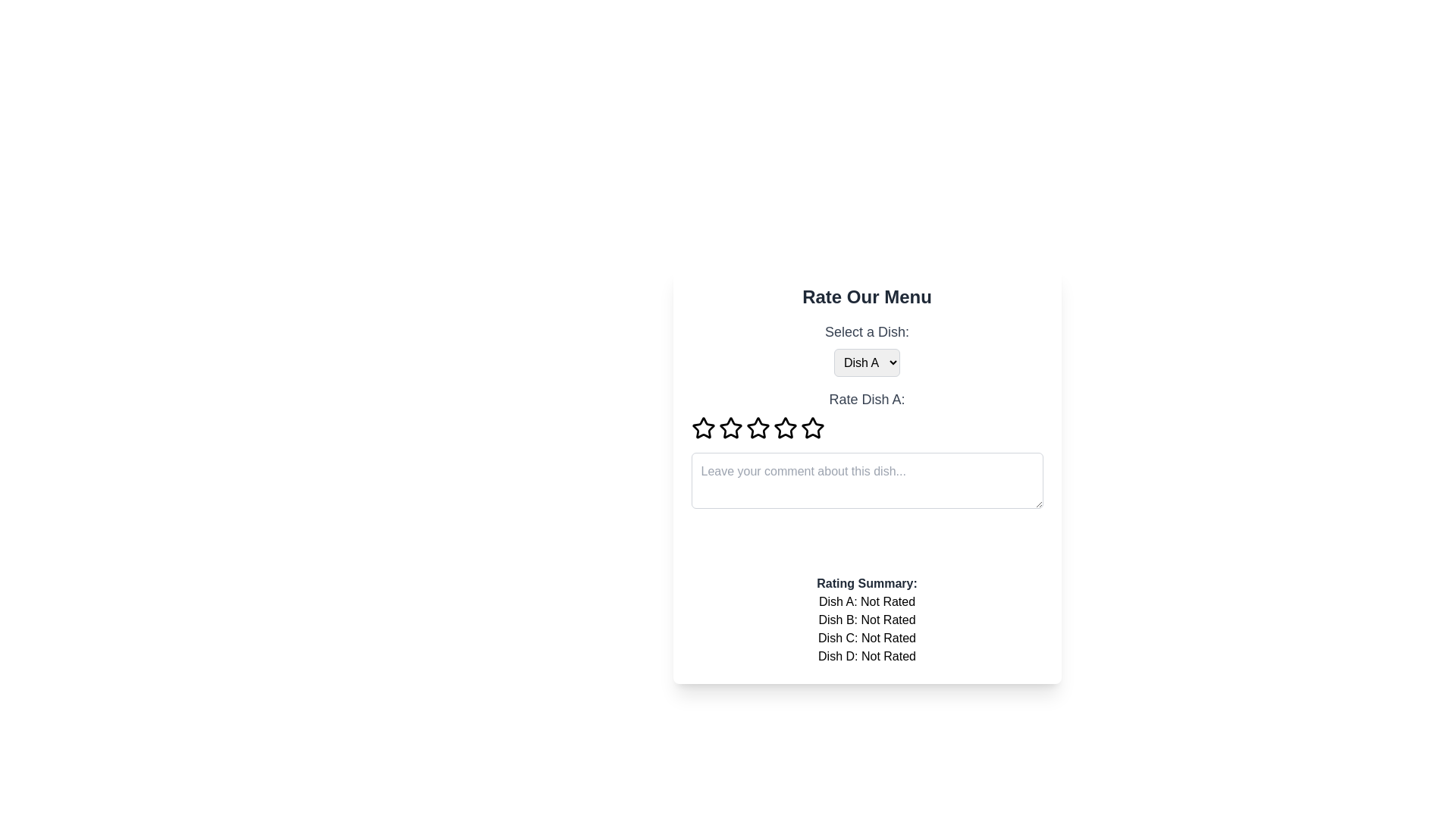 This screenshot has height=819, width=1456. What do you see at coordinates (867, 638) in the screenshot?
I see `the text label that reads 'Dish C: Not Rated' in the rating summary list, which is positioned between 'Dish B: Not Rated' and 'Dish D: Not Rated'` at bounding box center [867, 638].